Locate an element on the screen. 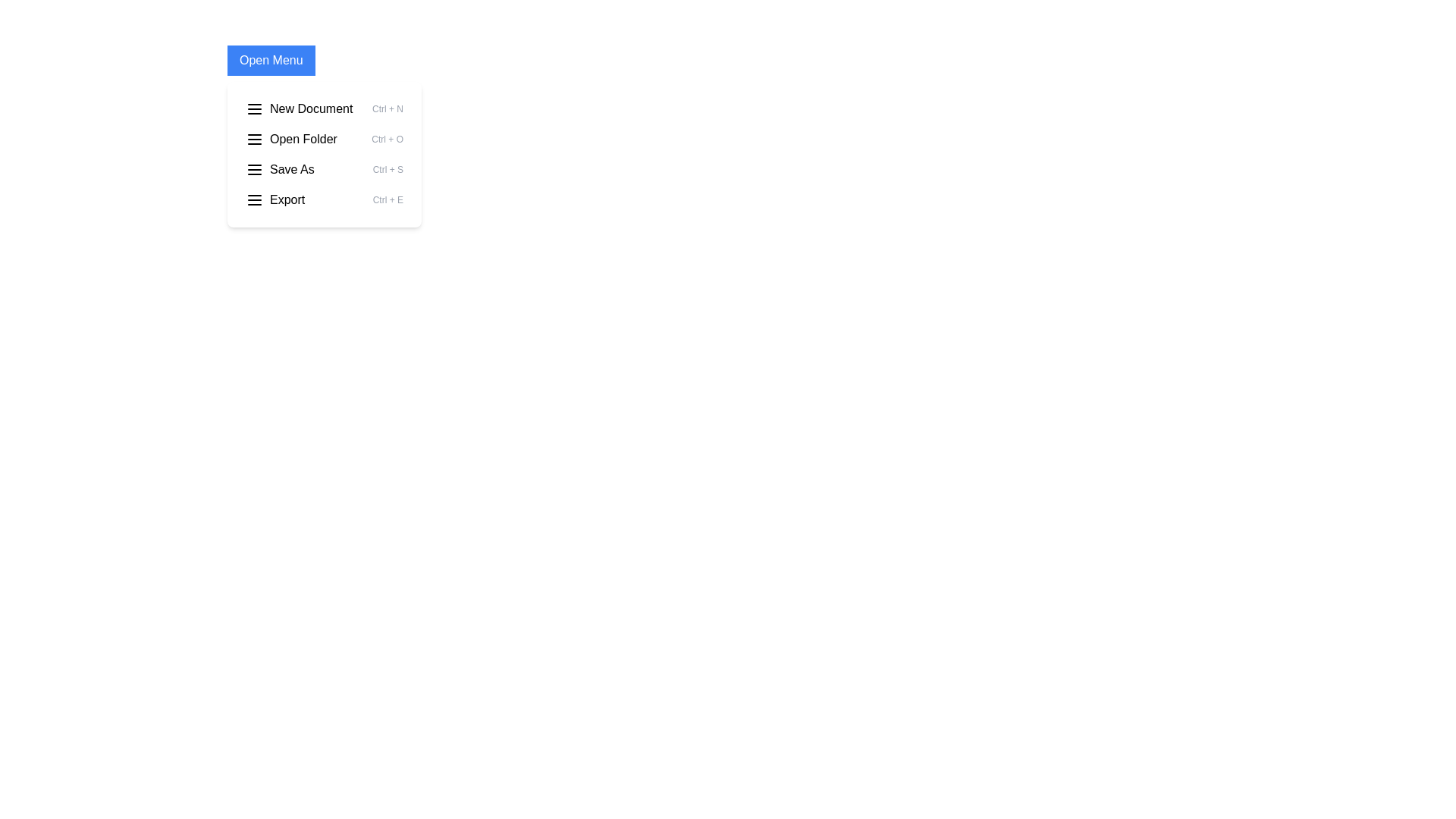  the menu icon consisting of three horizontal lines, located to the left of the 'New Document' text is located at coordinates (255, 108).